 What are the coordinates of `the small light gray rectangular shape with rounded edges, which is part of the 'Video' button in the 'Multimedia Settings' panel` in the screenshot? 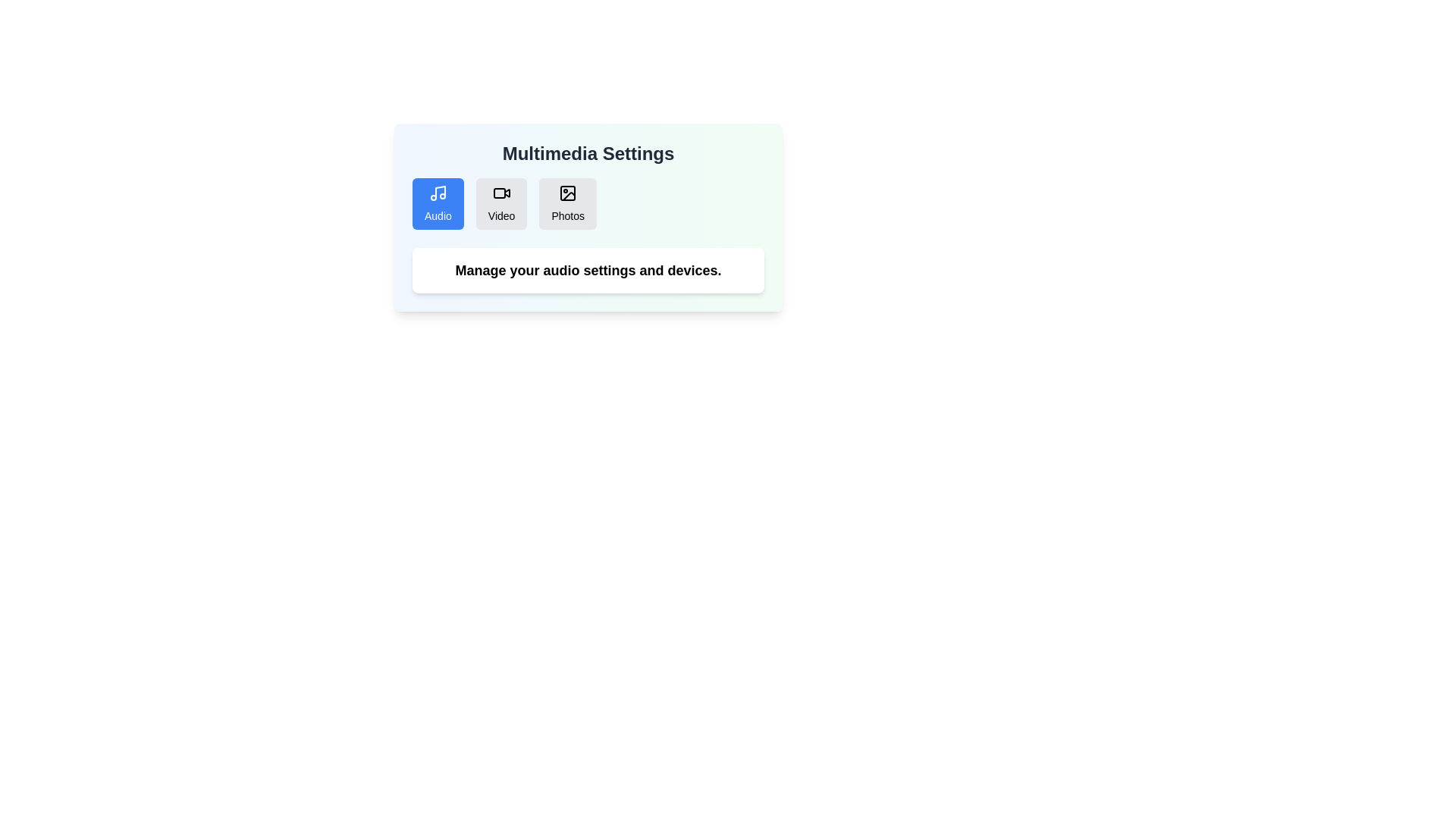 It's located at (499, 192).